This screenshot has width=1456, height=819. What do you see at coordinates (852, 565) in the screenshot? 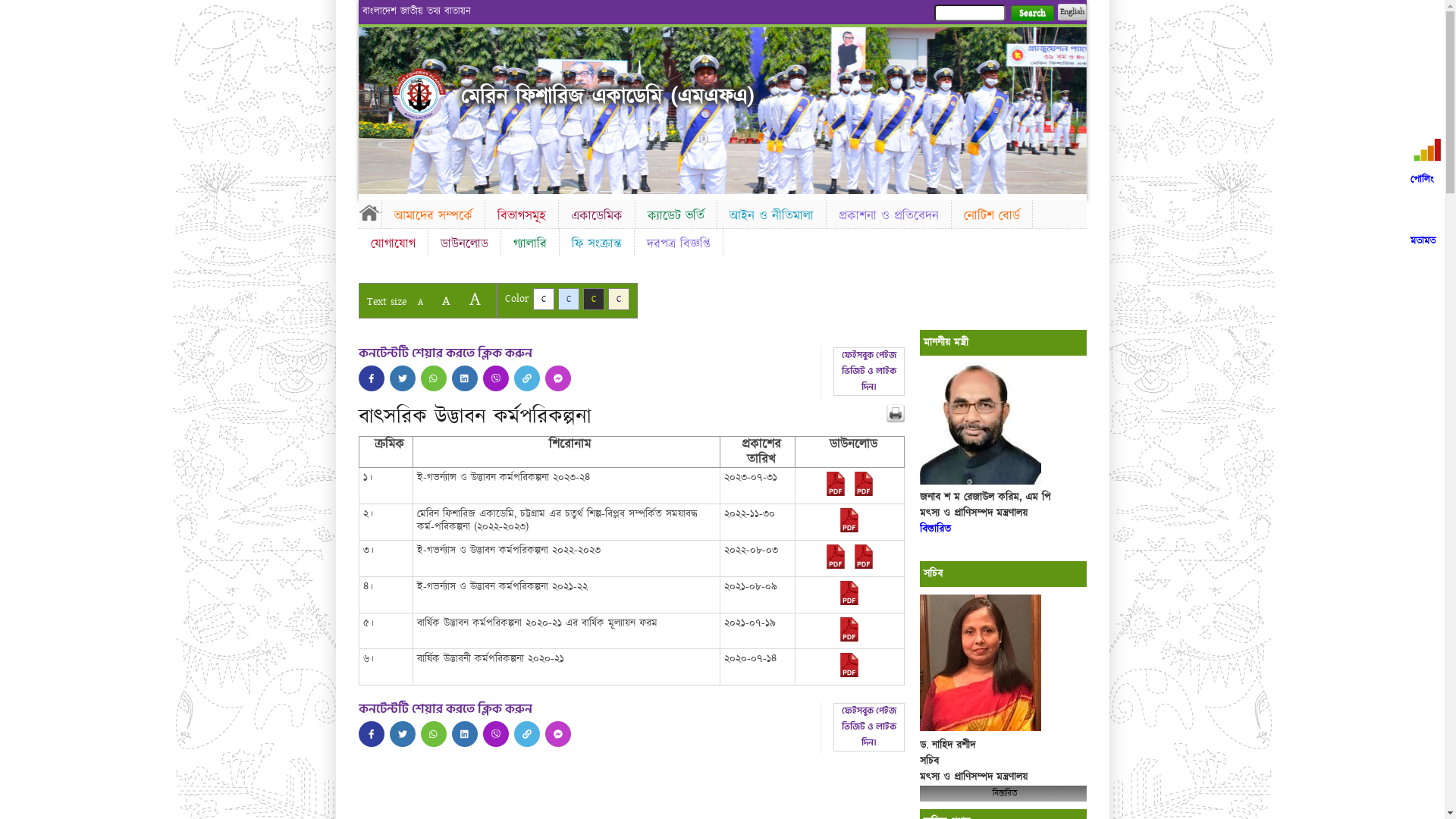
I see `'2022-08-03-06-26-35bdcedc01a4f4789b7ebbffe92531ee.pdf'` at bounding box center [852, 565].